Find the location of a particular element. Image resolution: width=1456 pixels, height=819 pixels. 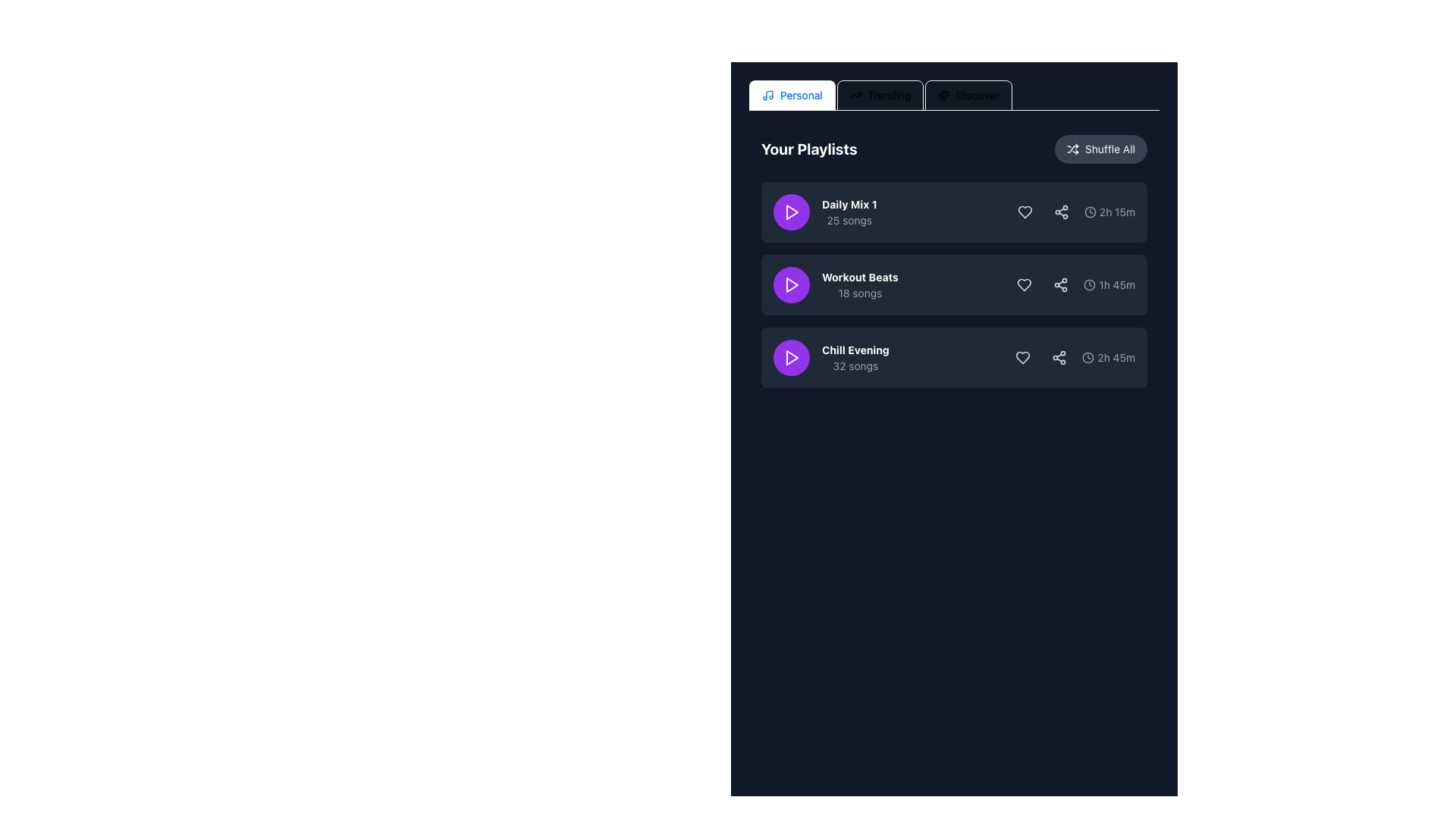

the heart-shaped icon located to the right of the 'Workout Beats' playlist item and adjacent to the duration text '1h 45m' to like or unlike the playlist is located at coordinates (1025, 284).